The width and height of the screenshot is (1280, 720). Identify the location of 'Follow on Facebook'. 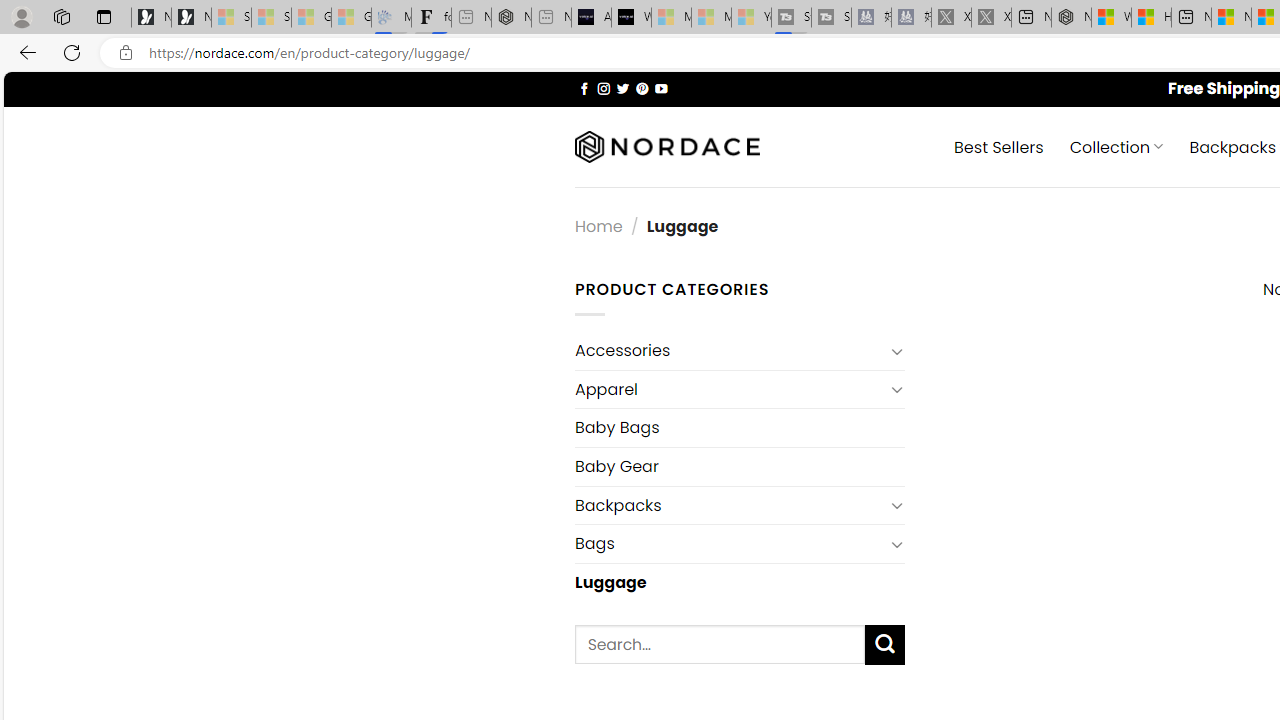
(583, 87).